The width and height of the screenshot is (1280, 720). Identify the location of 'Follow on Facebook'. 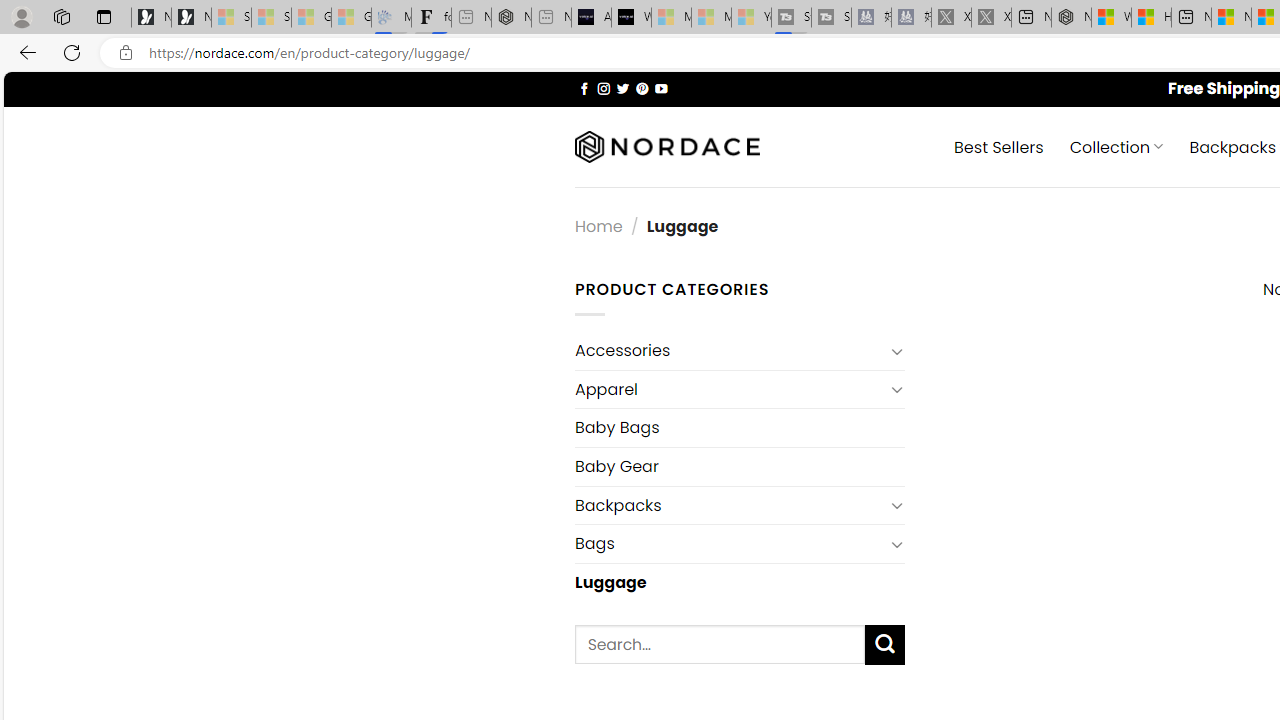
(583, 87).